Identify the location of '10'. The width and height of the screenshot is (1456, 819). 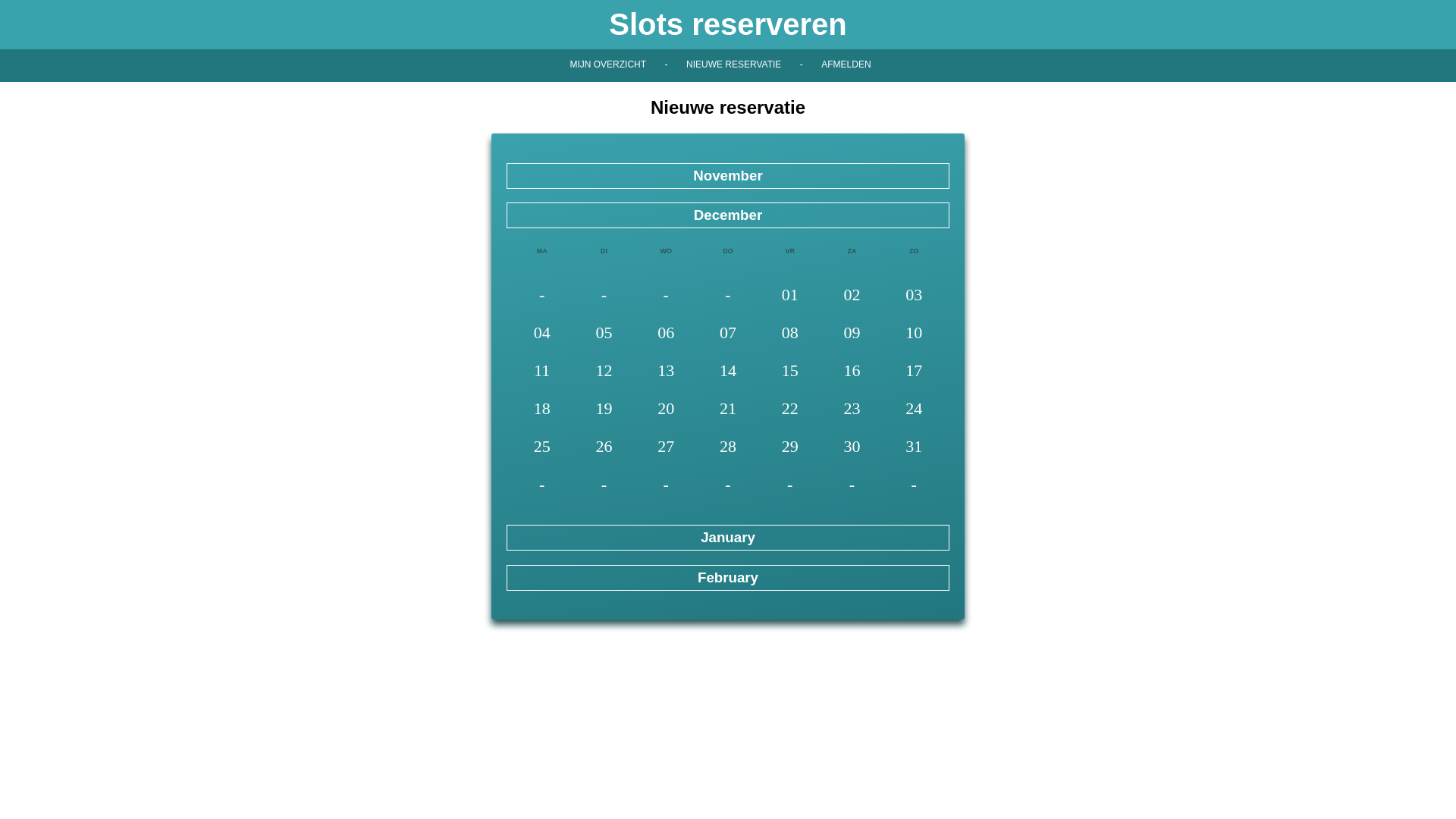
(912, 333).